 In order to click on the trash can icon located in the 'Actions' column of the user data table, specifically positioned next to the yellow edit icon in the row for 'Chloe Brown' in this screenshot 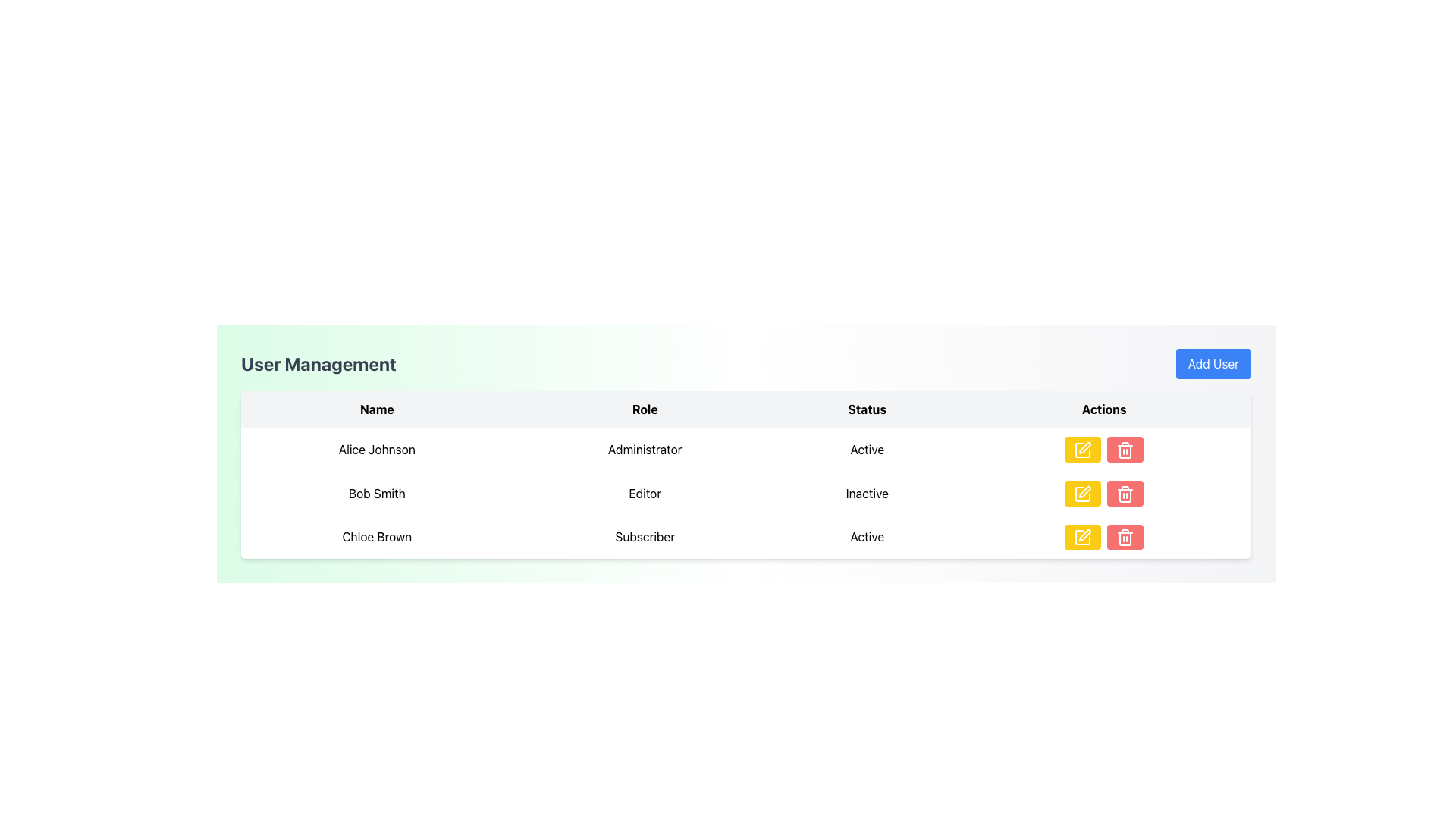, I will do `click(1125, 537)`.